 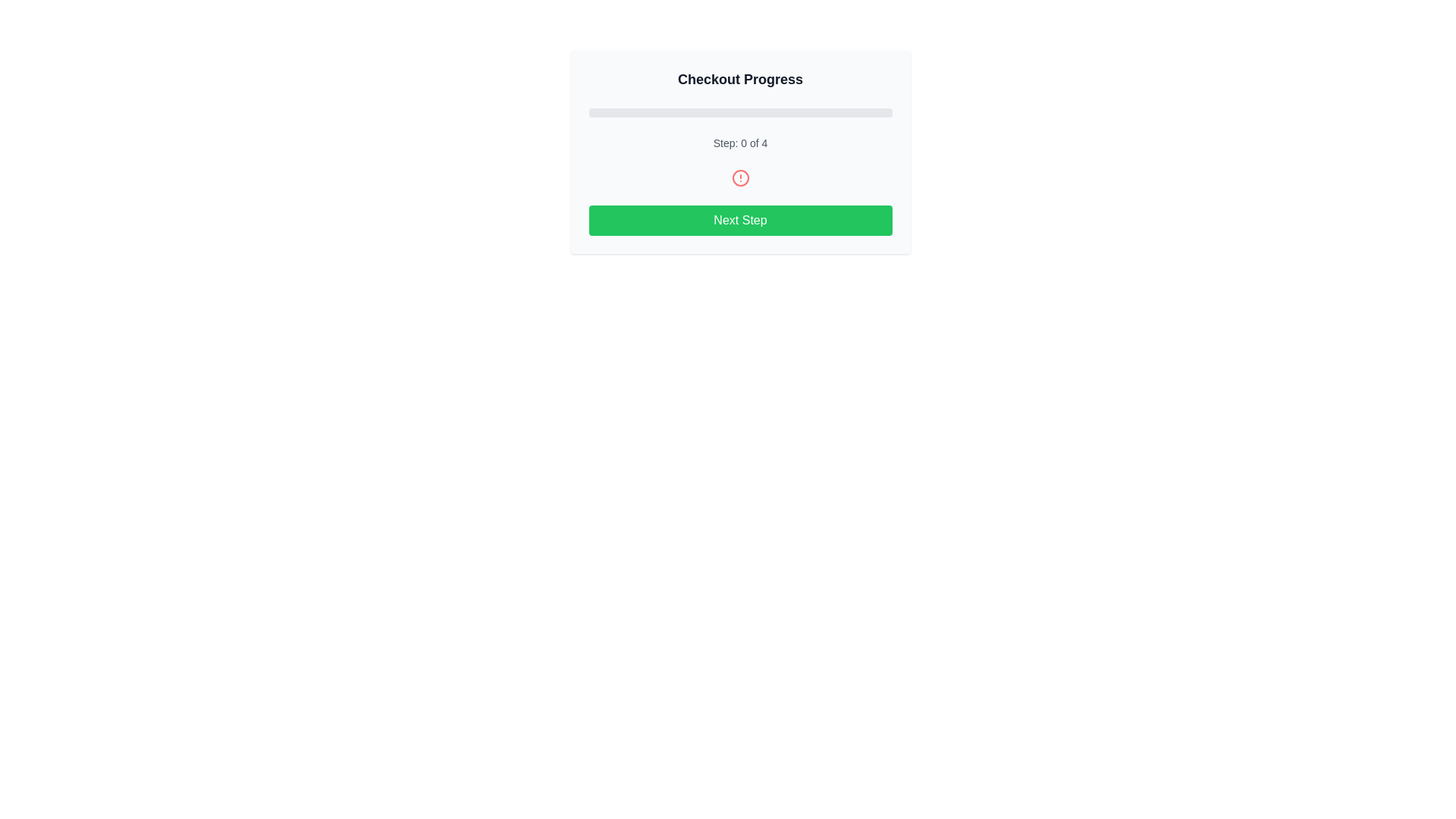 I want to click on the green rectangular button labeled 'Next Step' at the bottom of the checkout interface to proceed, so click(x=740, y=220).